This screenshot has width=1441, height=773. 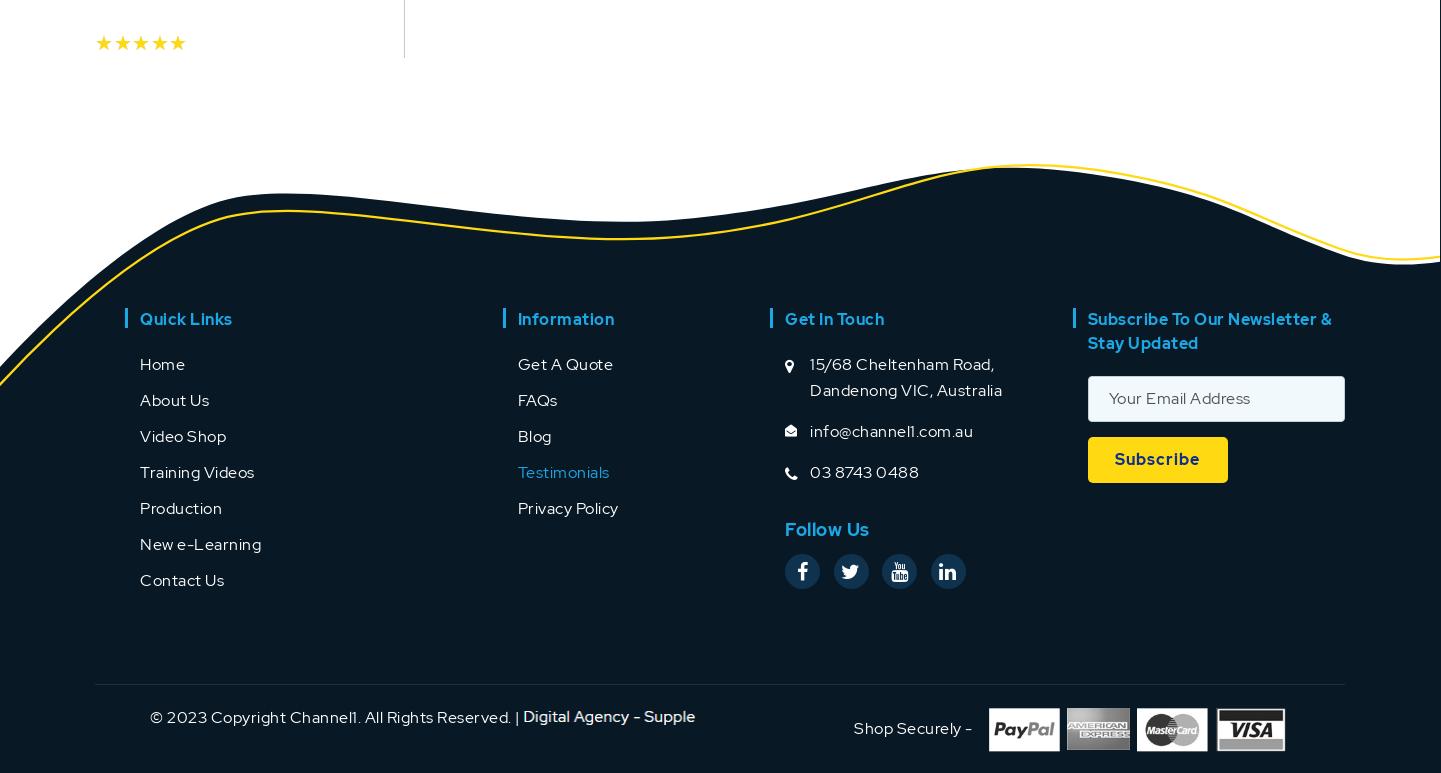 I want to click on 'Quick Links', so click(x=186, y=317).